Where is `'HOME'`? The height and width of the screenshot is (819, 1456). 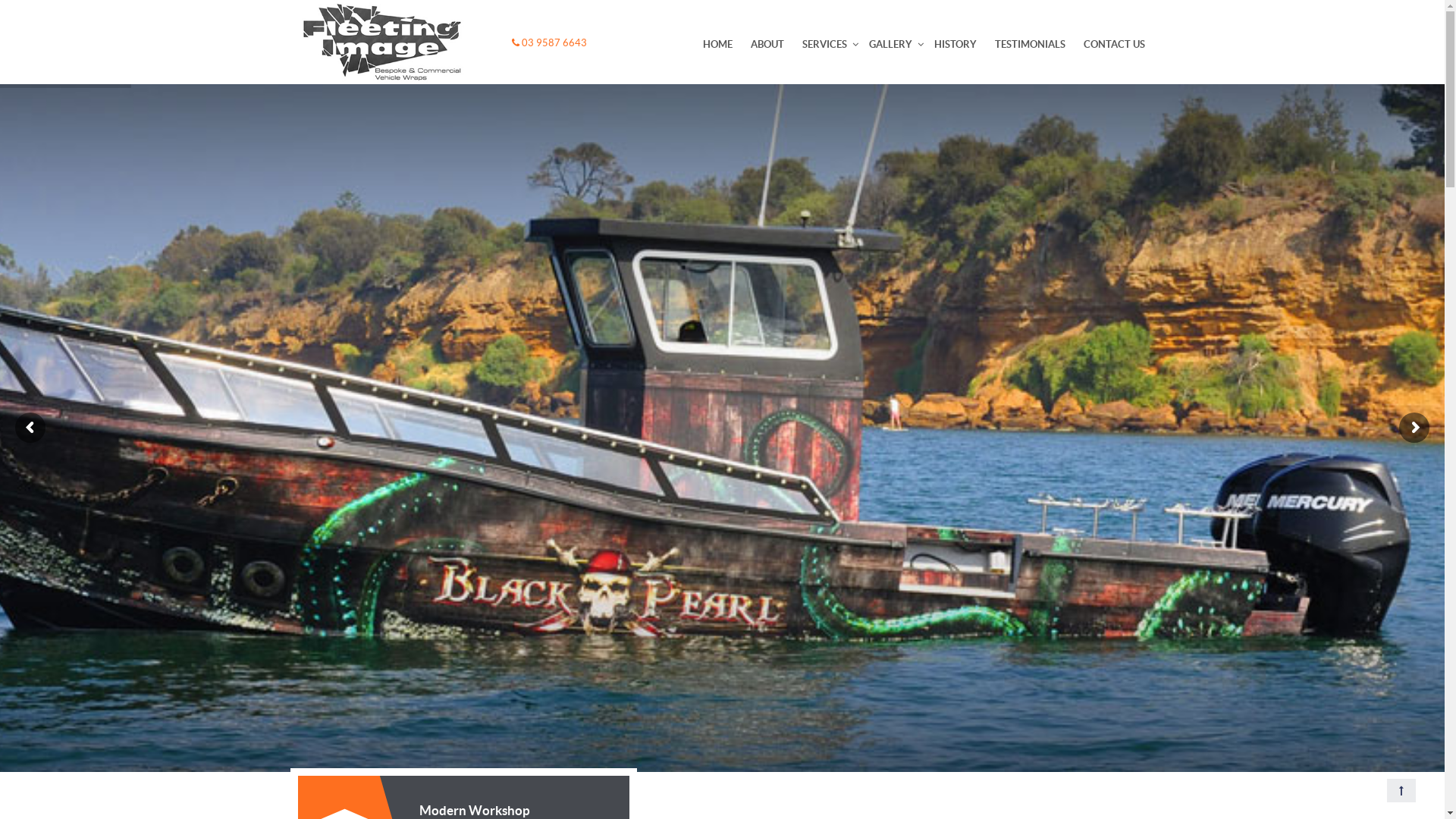 'HOME' is located at coordinates (716, 43).